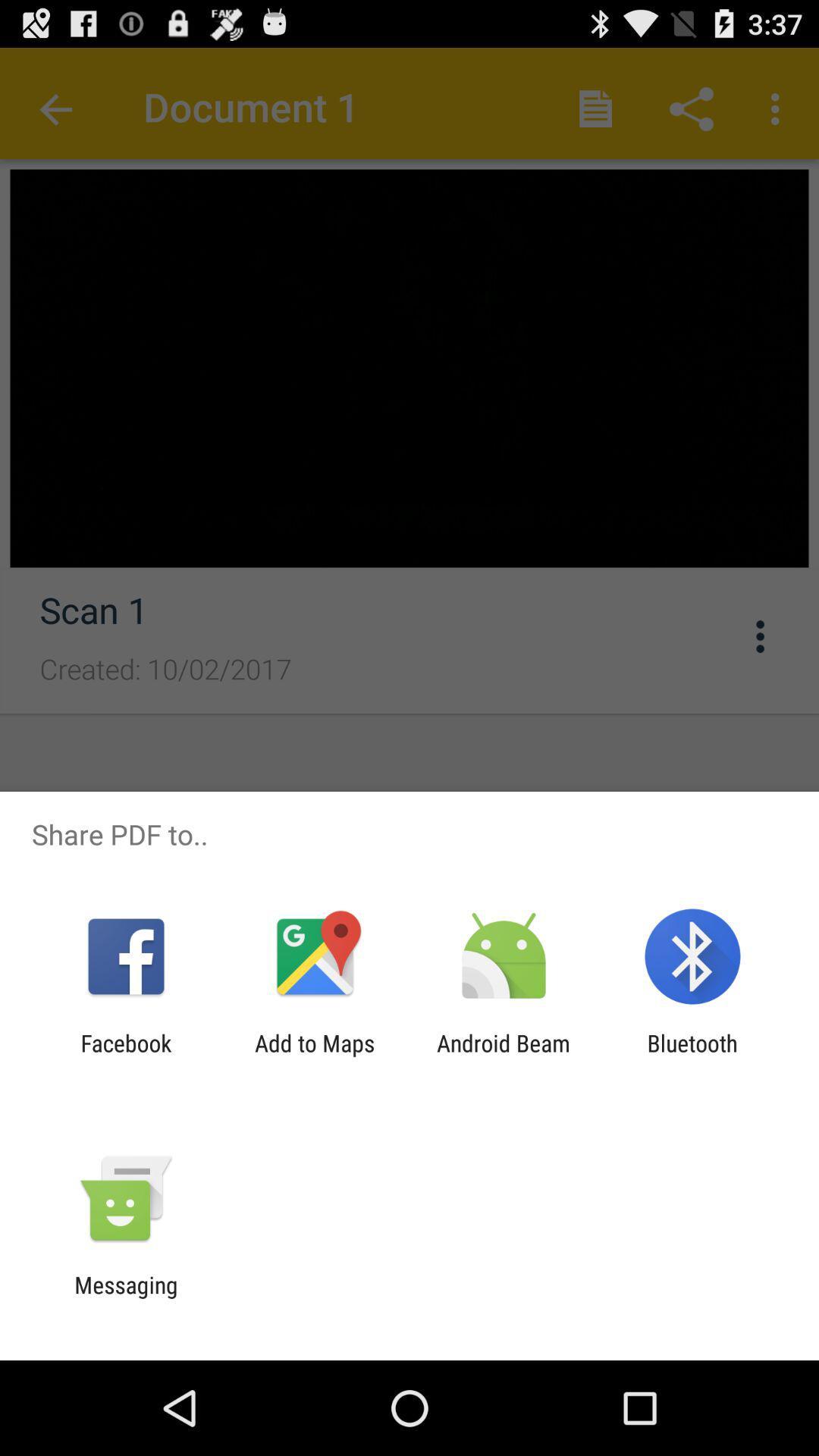  I want to click on the icon to the right of facebook item, so click(314, 1056).